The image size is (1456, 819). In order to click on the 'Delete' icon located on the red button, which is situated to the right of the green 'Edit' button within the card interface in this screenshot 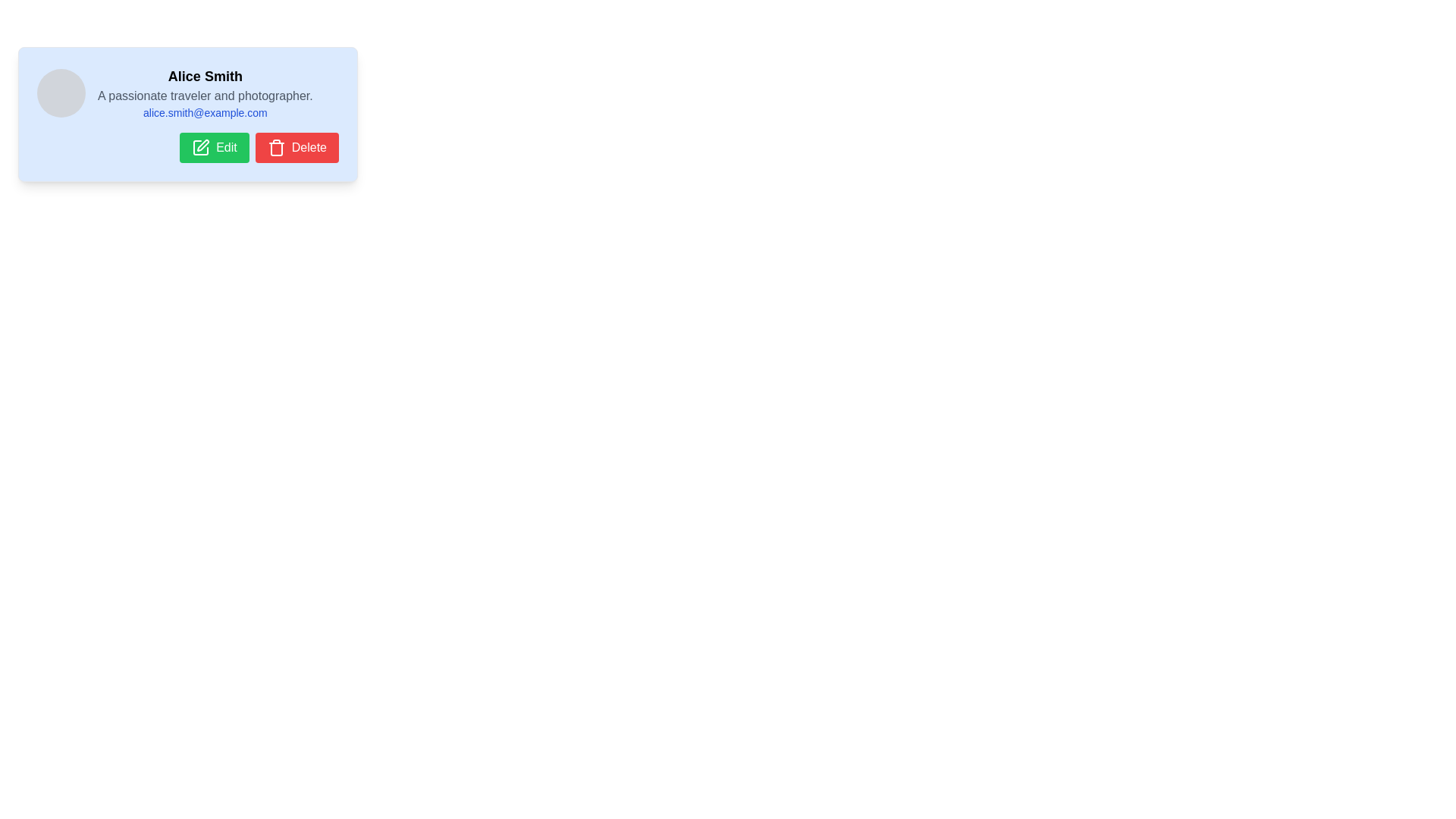, I will do `click(276, 149)`.